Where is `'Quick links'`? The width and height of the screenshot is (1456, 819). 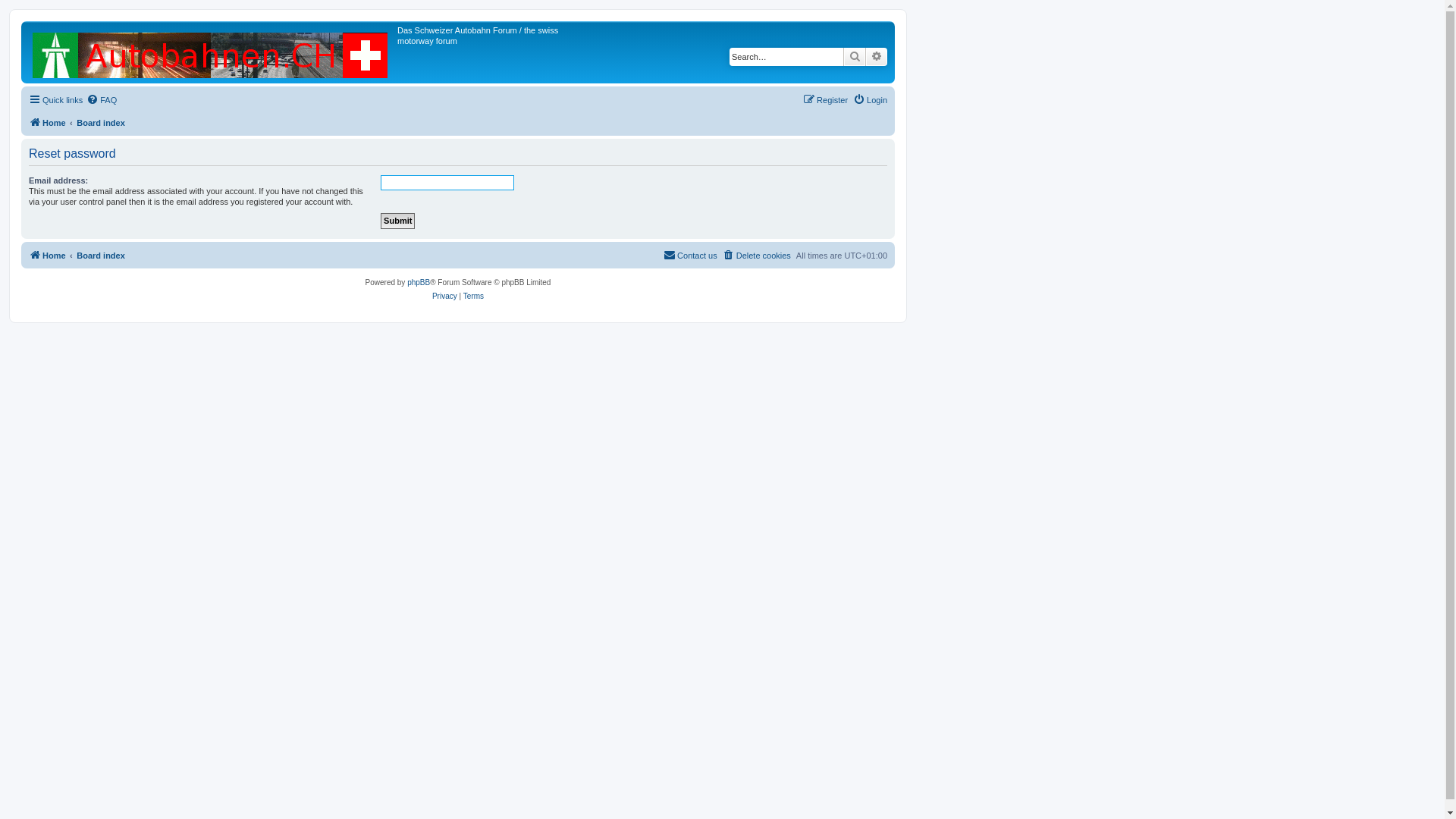 'Quick links' is located at coordinates (55, 99).